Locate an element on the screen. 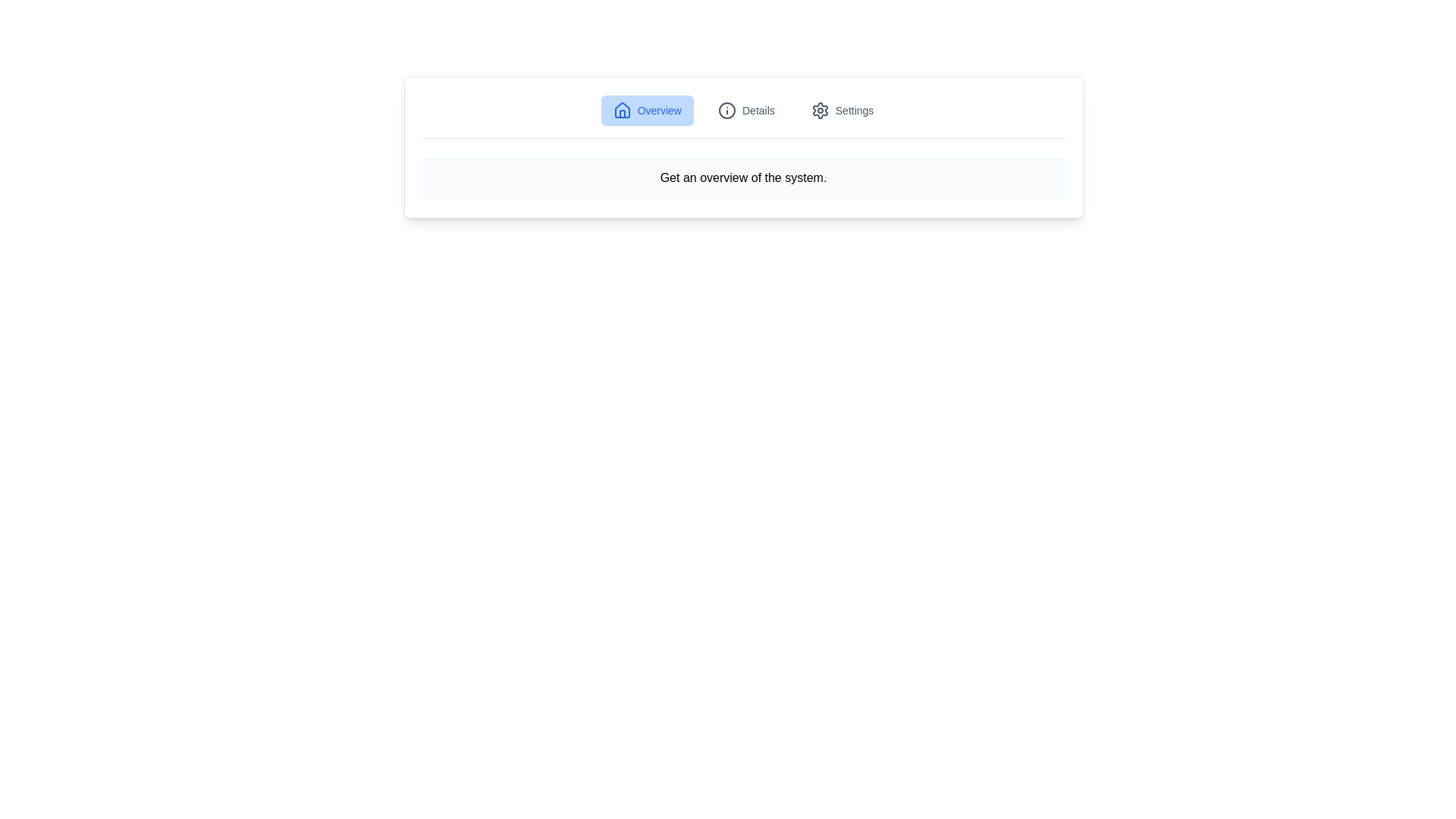  the 'Overview' text label within the button component in the navigation bar is located at coordinates (659, 110).